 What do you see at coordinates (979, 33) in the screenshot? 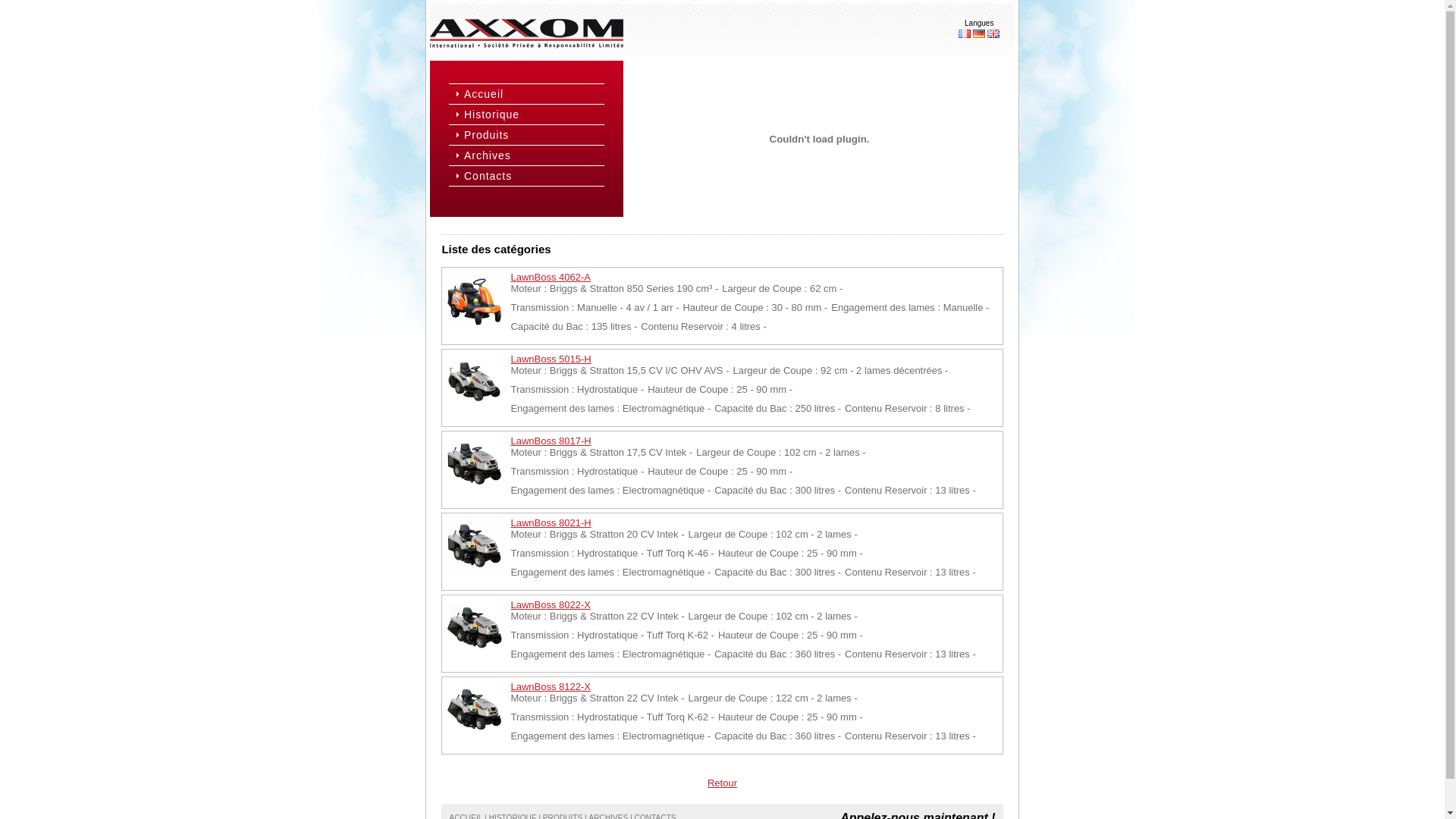
I see `'DE'` at bounding box center [979, 33].